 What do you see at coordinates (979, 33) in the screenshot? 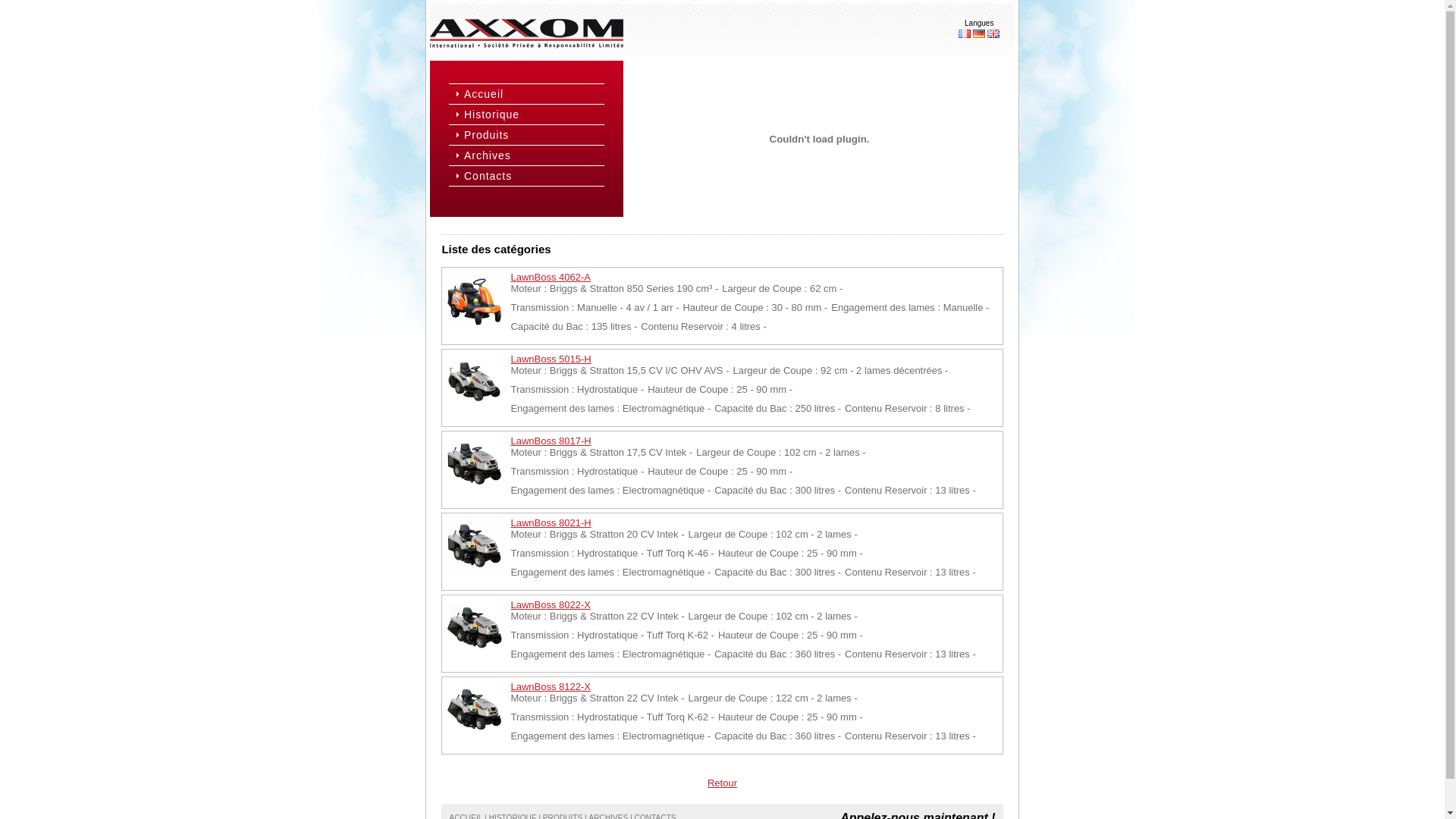
I see `'DE'` at bounding box center [979, 33].